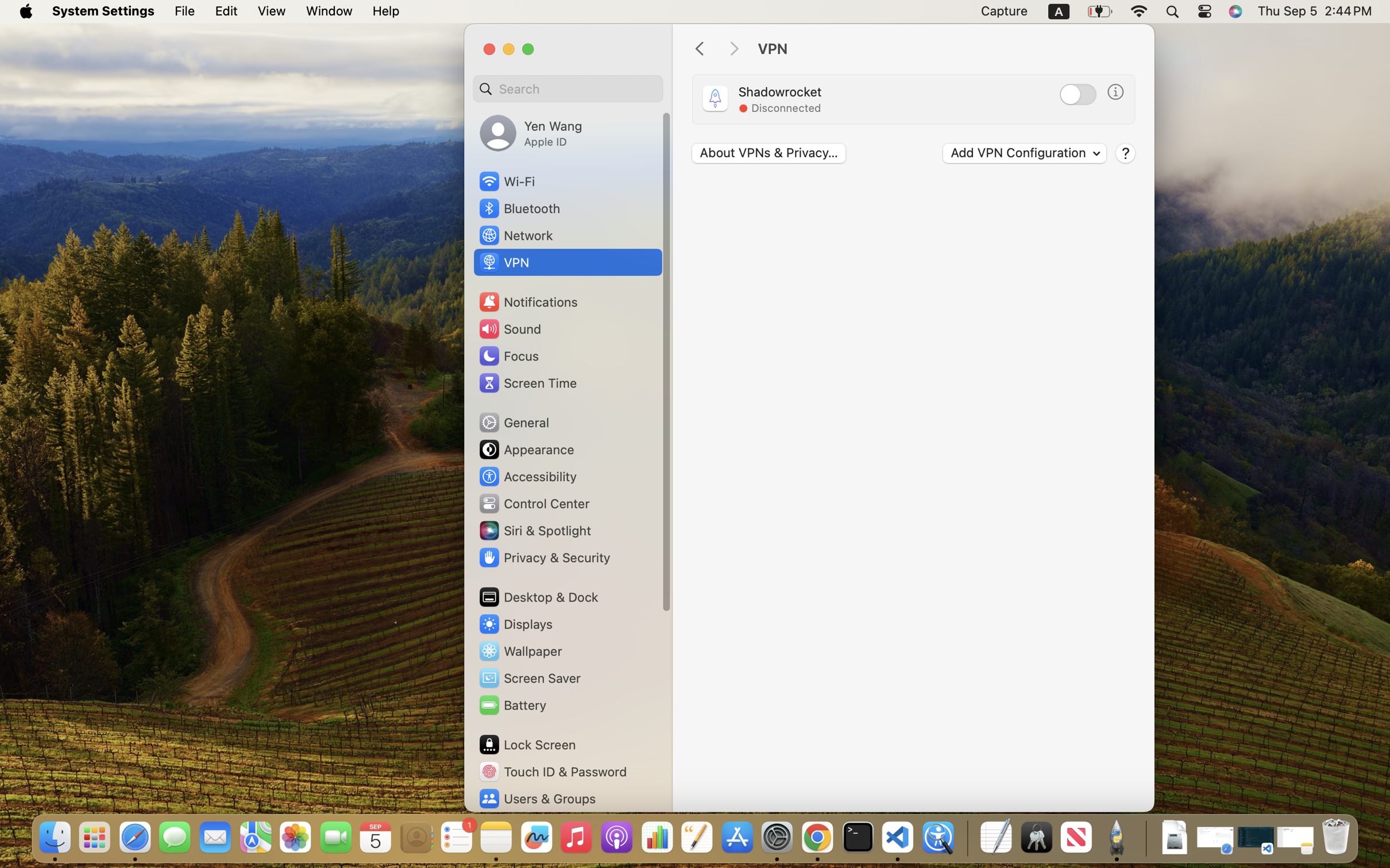 The height and width of the screenshot is (868, 1390). Describe the element at coordinates (966, 838) in the screenshot. I see `'0.4285714328289032'` at that location.